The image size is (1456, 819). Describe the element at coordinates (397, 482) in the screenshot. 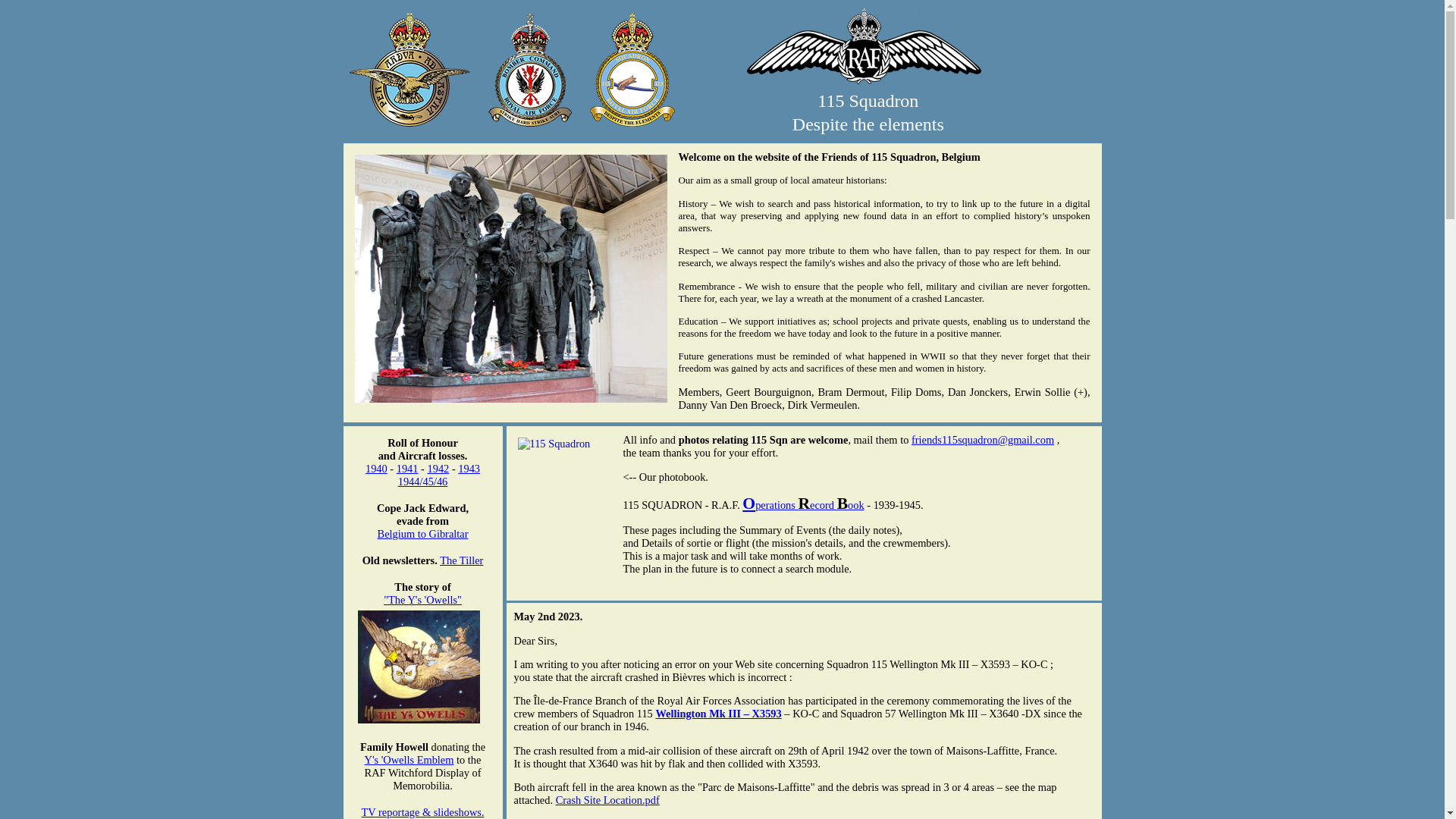

I see `'1944/45/46'` at that location.